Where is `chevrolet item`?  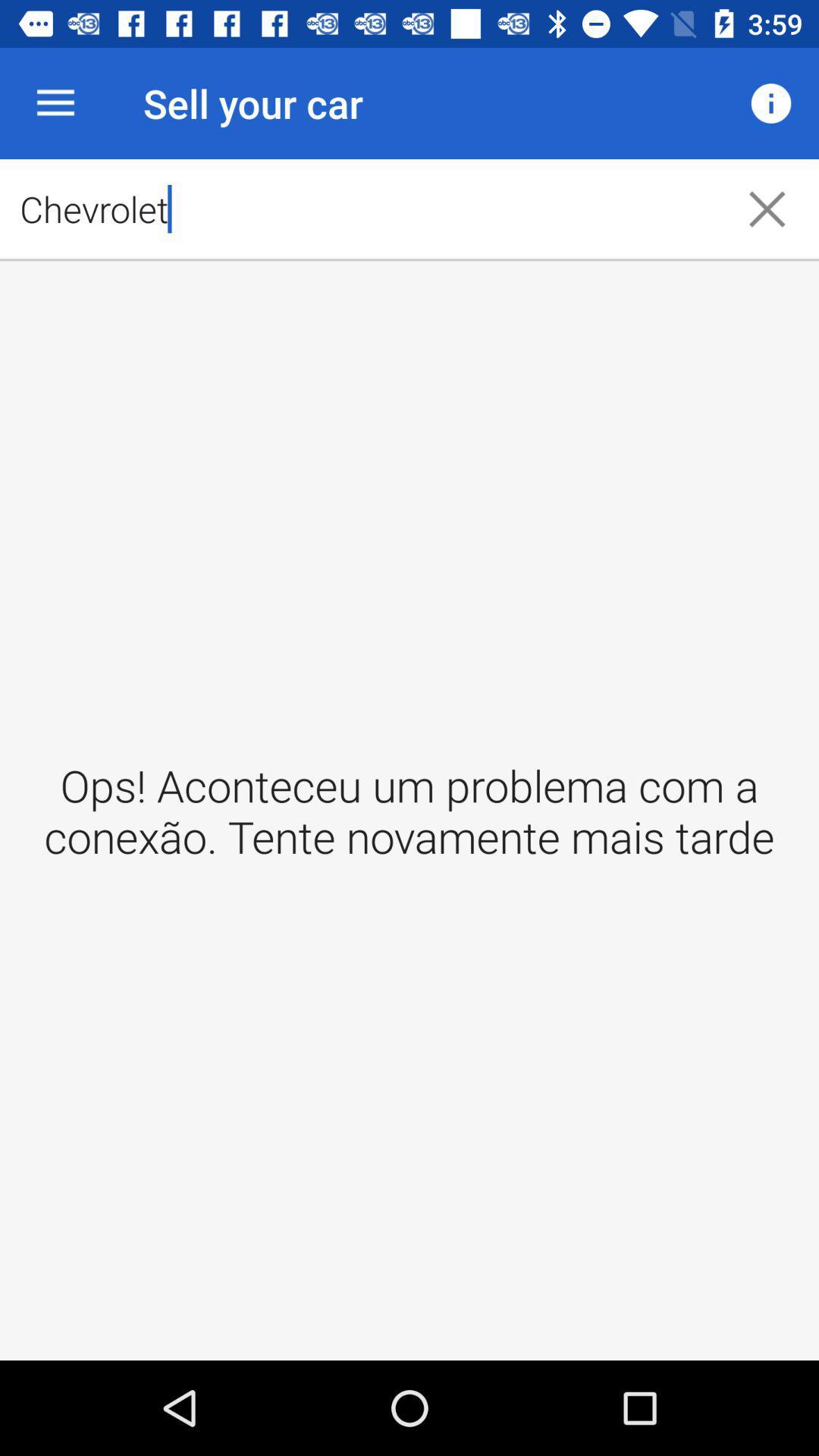 chevrolet item is located at coordinates (357, 208).